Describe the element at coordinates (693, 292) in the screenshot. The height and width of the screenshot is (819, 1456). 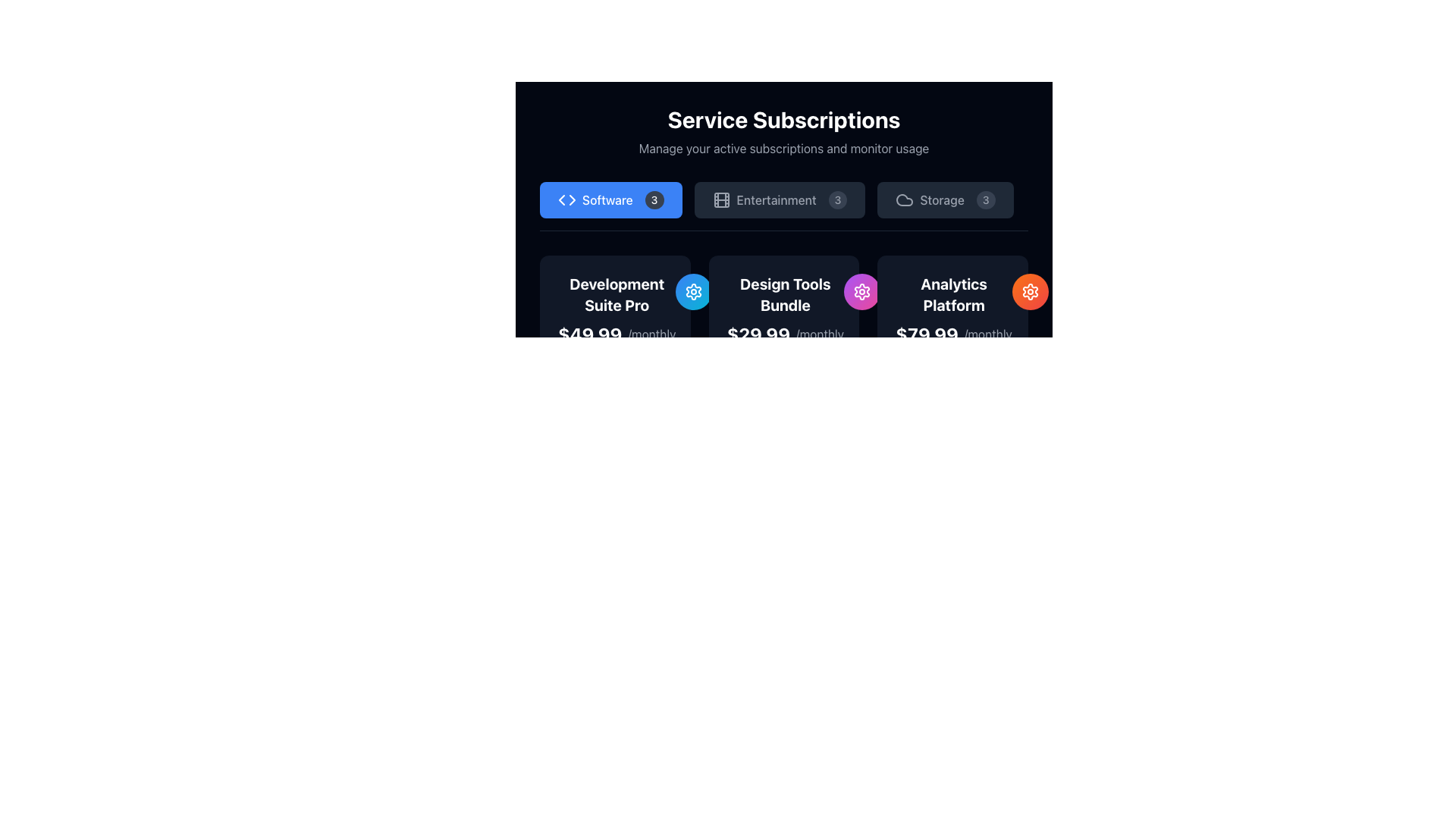
I see `the settings or gear icon located in the second card of the first row under the 'Service Subscriptions' section` at that location.